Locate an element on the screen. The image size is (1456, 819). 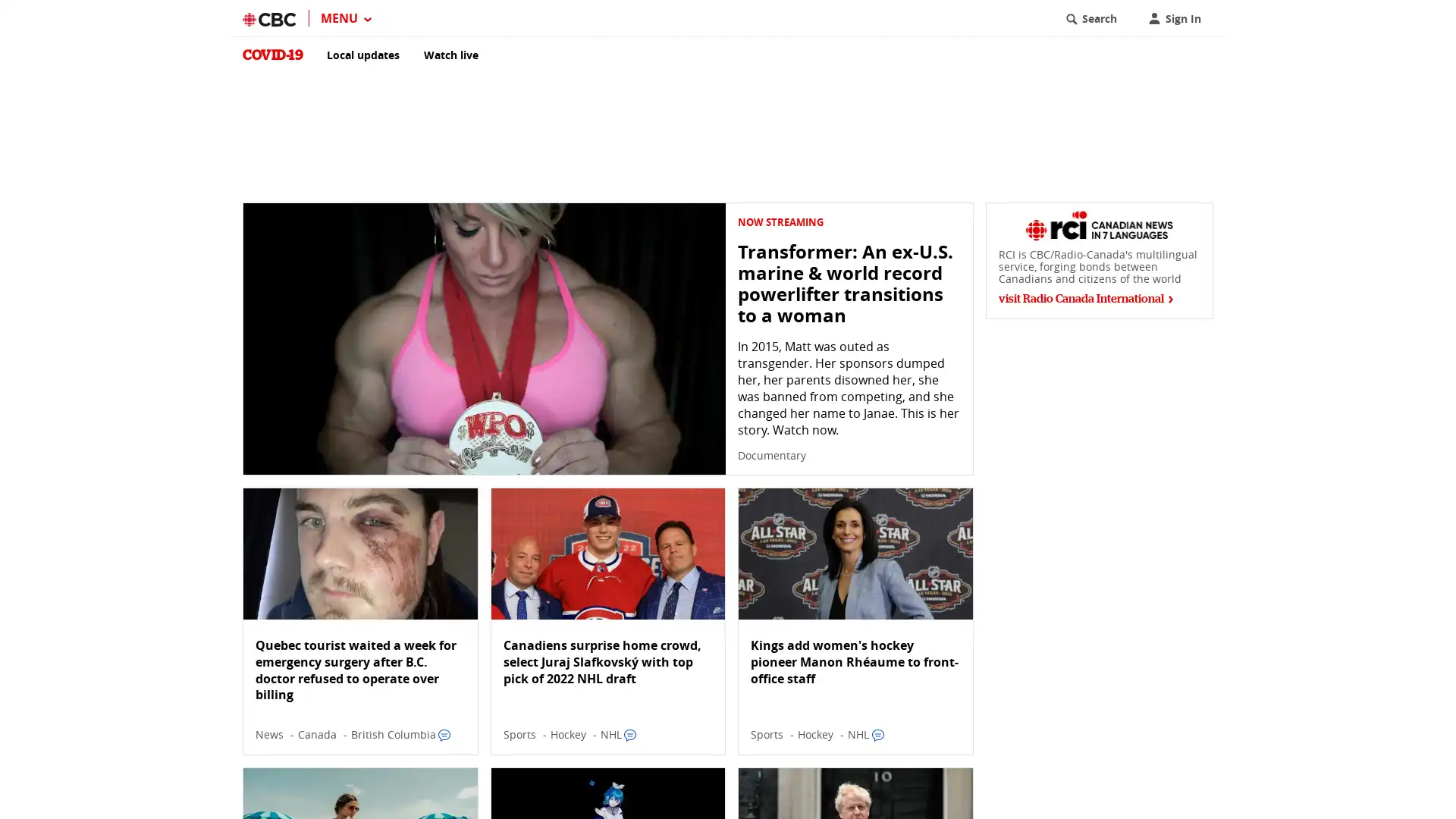
MENU is located at coordinates (346, 17).